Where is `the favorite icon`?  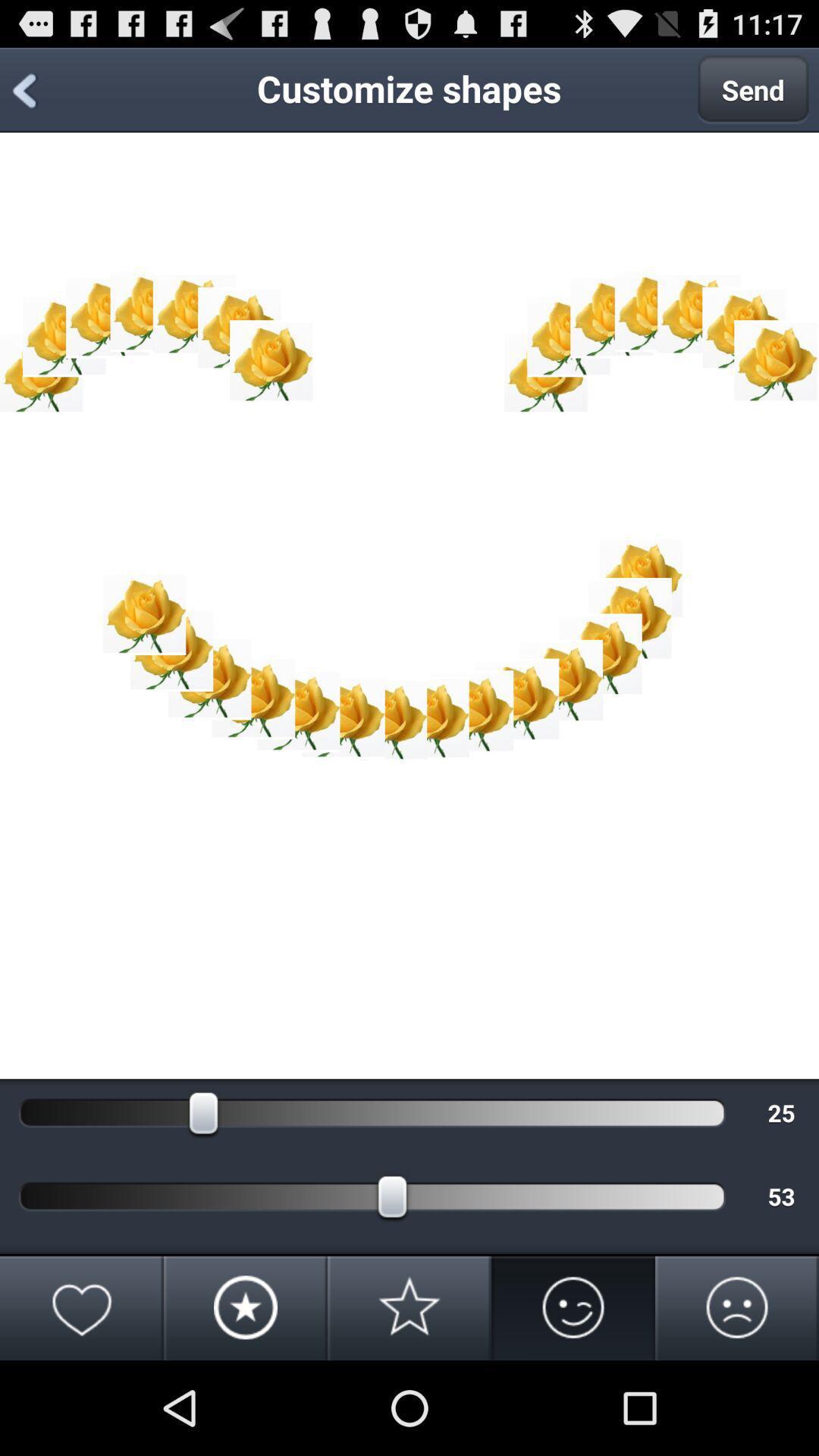
the favorite icon is located at coordinates (82, 1398).